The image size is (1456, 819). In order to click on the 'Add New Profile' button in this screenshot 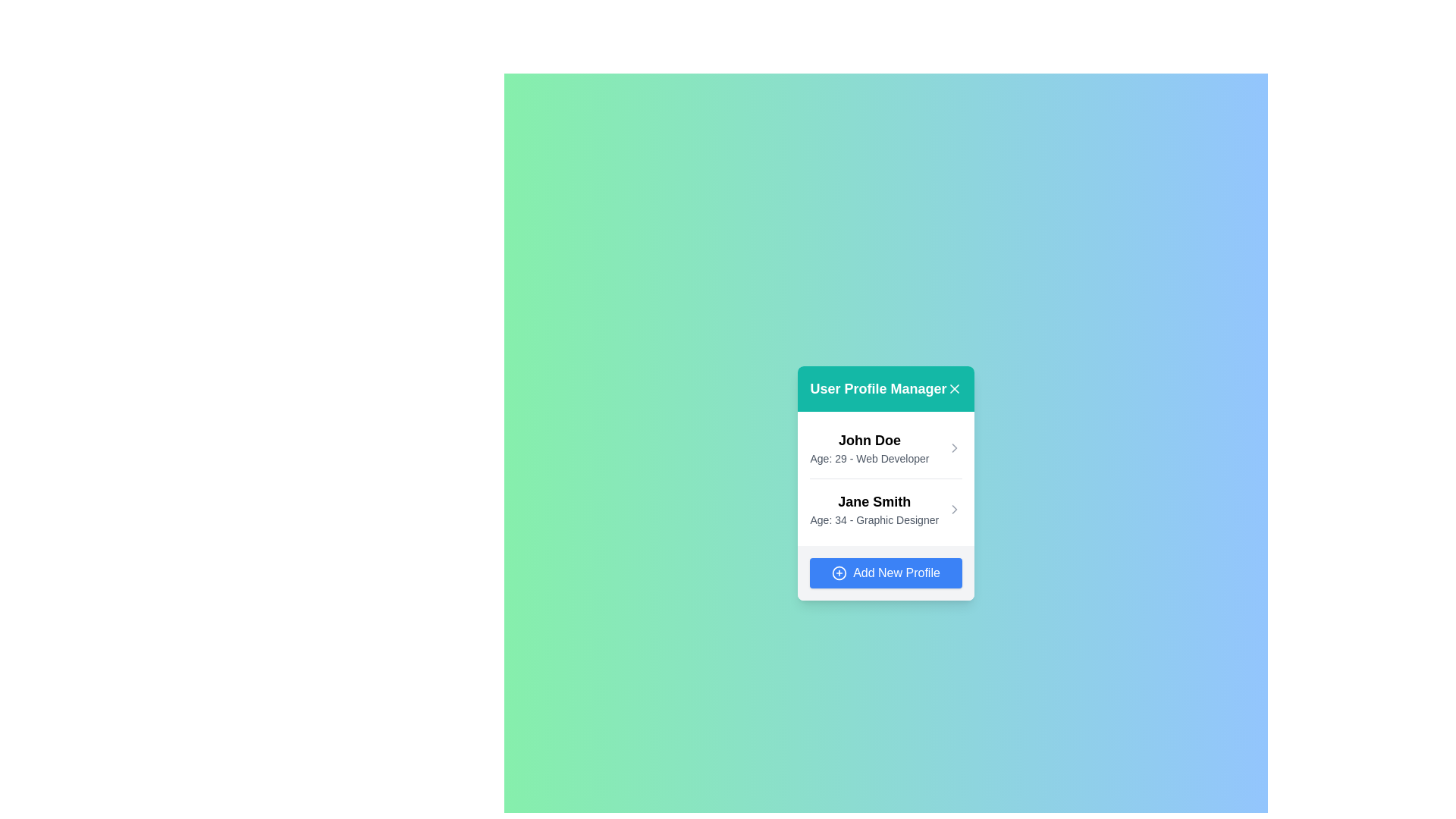, I will do `click(886, 573)`.